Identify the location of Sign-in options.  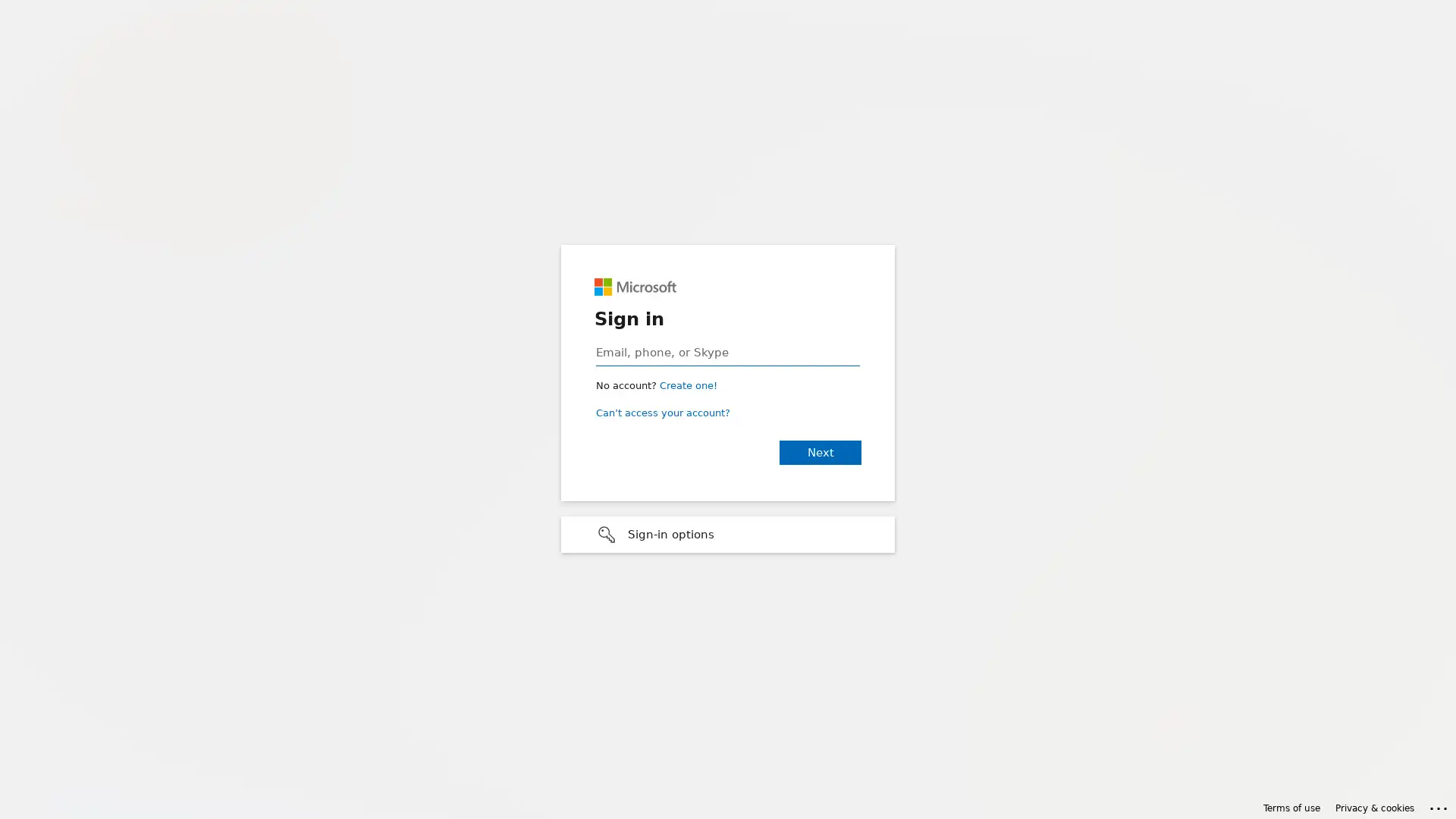
(728, 534).